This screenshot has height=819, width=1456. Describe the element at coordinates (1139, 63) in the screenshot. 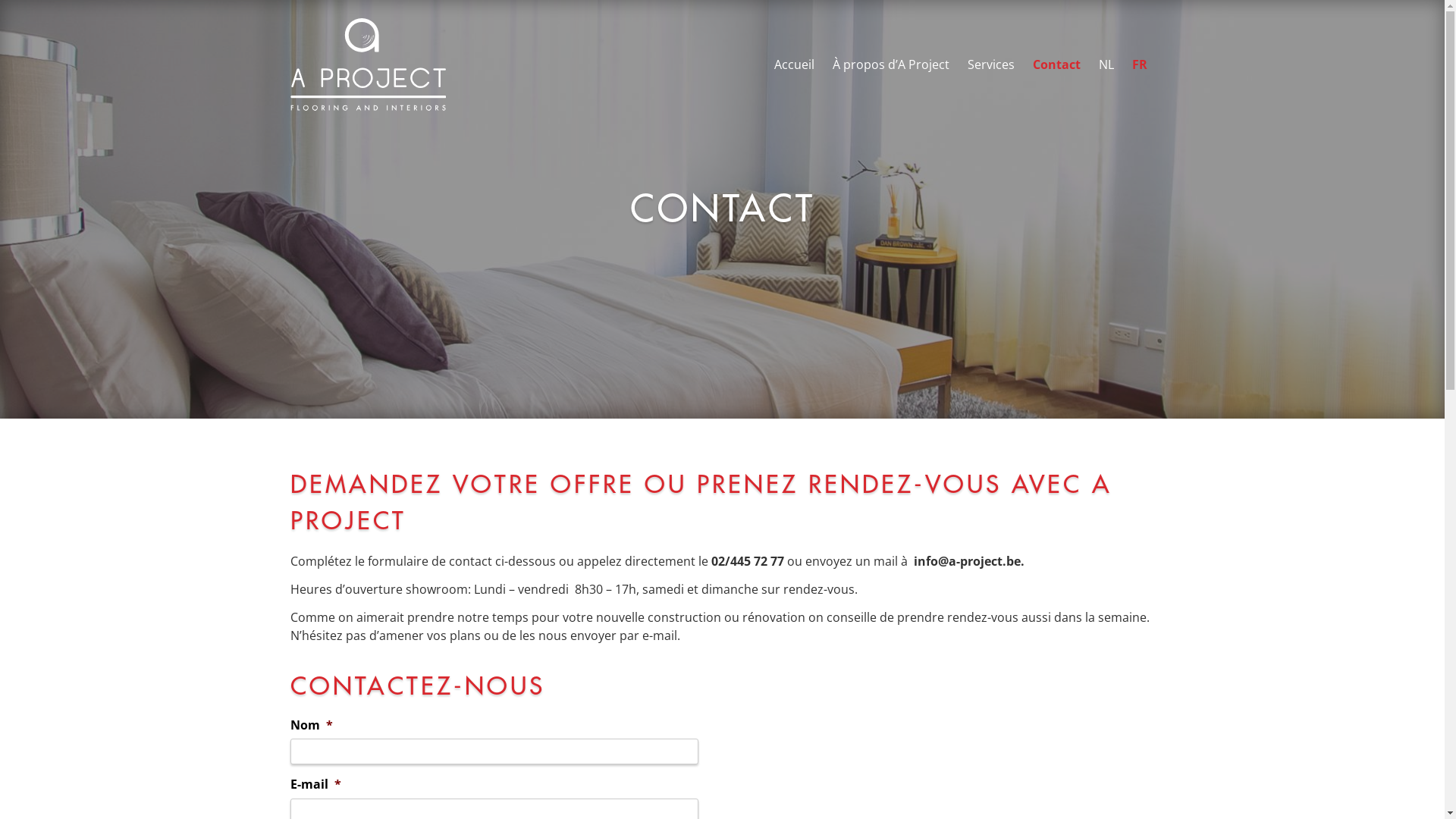

I see `'FR'` at that location.